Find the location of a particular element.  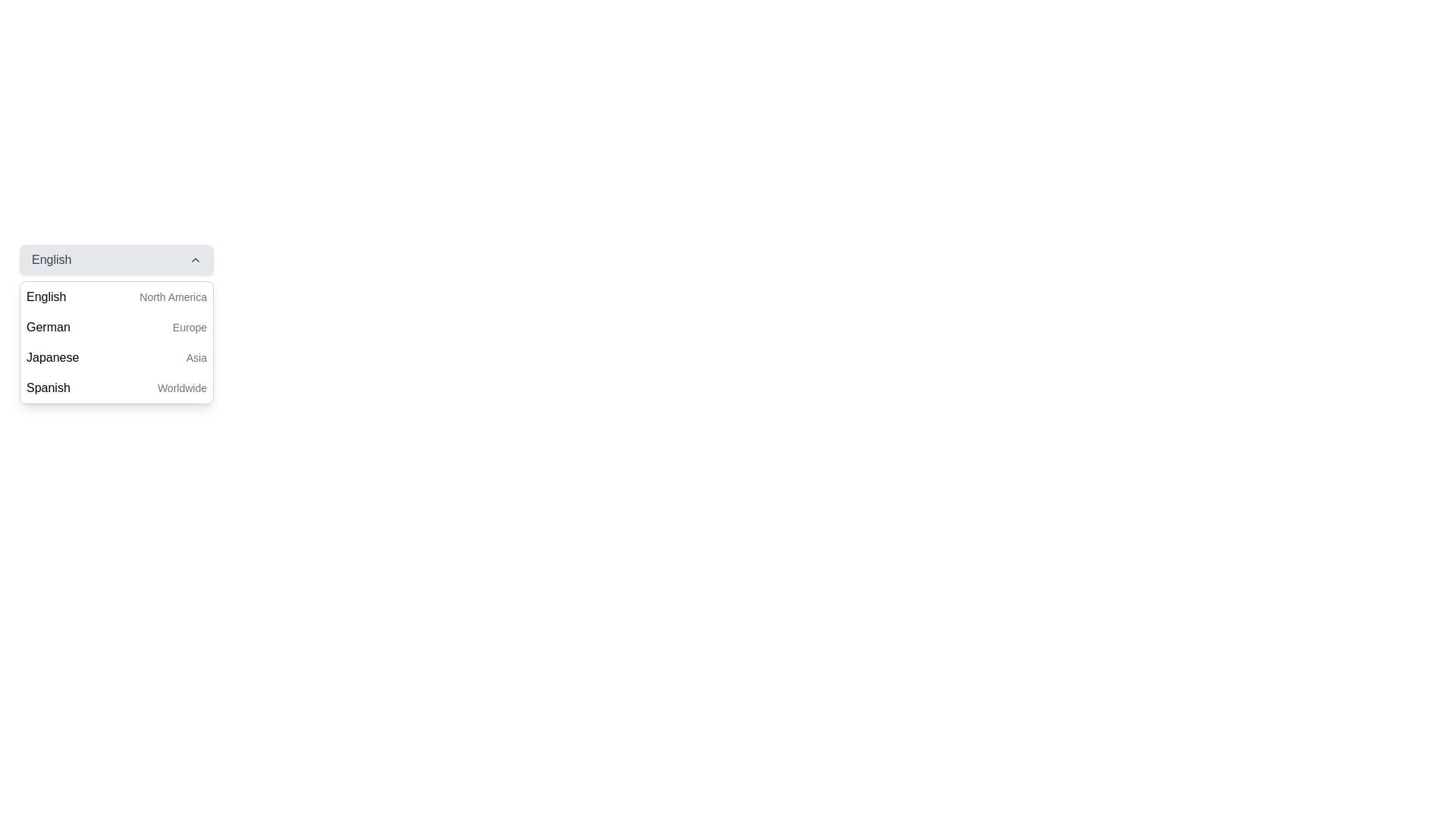

the dropdown menu containing language options below the 'English' button is located at coordinates (115, 342).